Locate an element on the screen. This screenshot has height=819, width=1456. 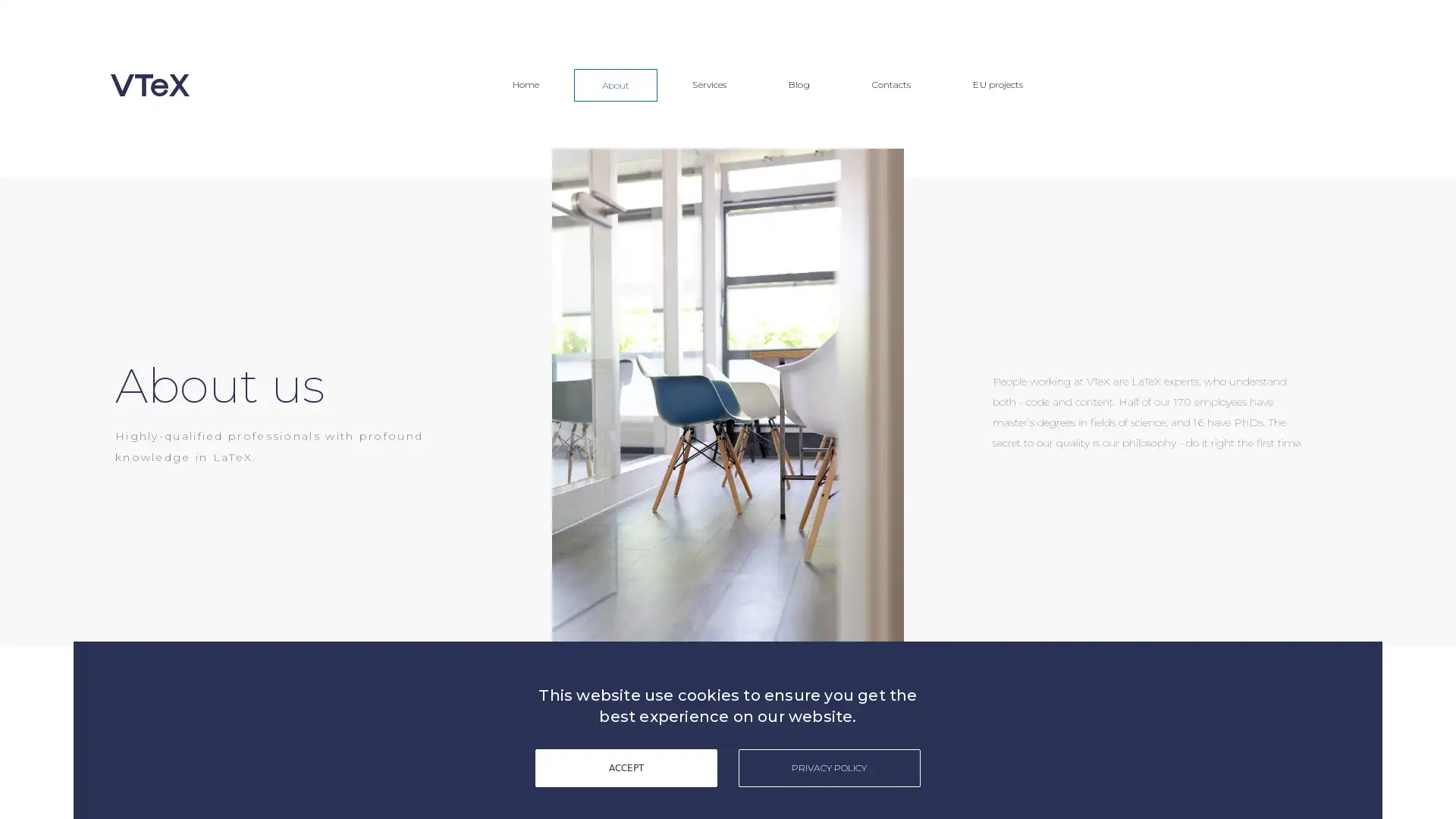
ACCEPT is located at coordinates (626, 768).